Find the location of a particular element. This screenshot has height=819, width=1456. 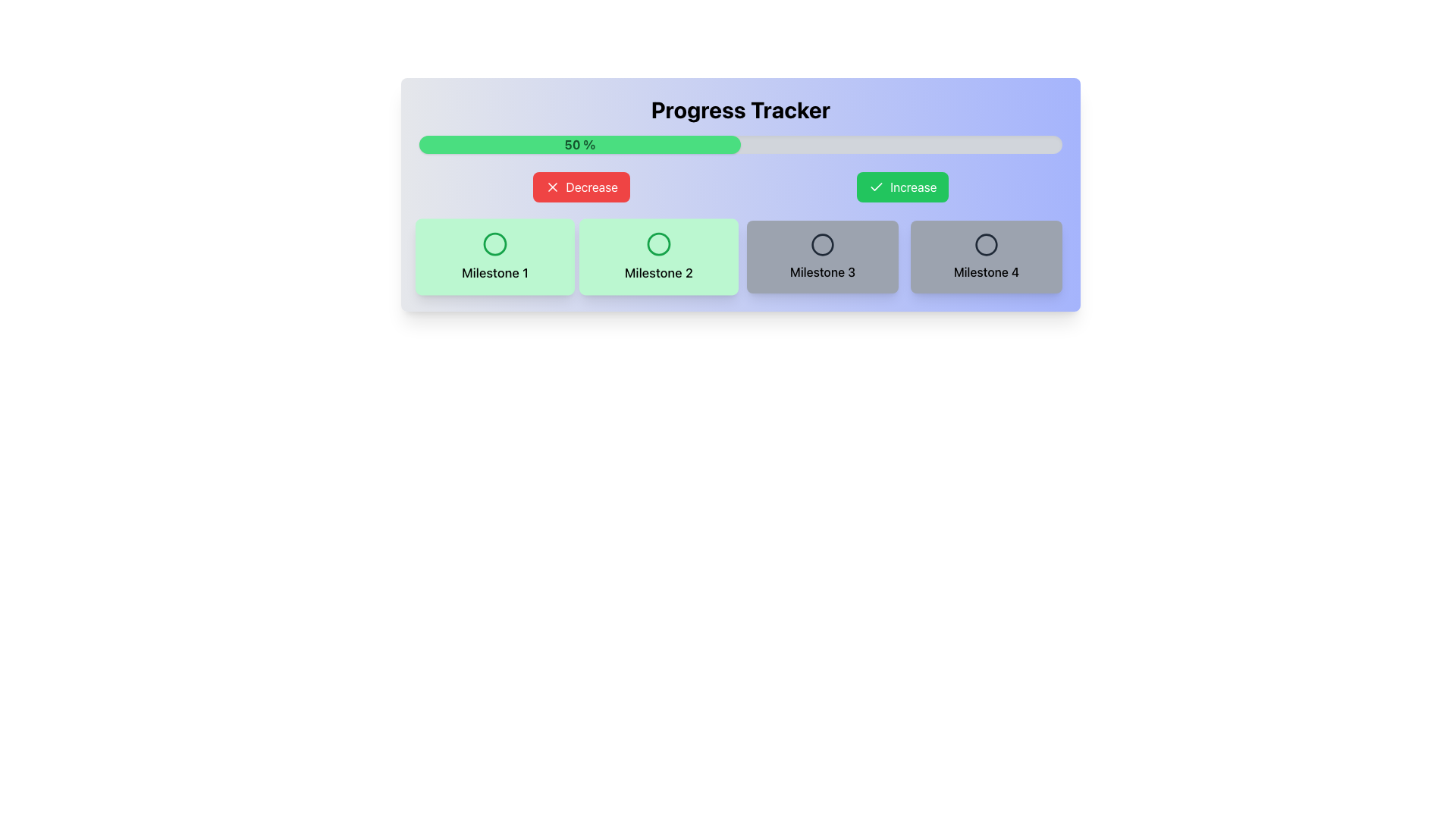

the Labeled Icon Button representing the second milestone in the progress tracking interface is located at coordinates (658, 256).